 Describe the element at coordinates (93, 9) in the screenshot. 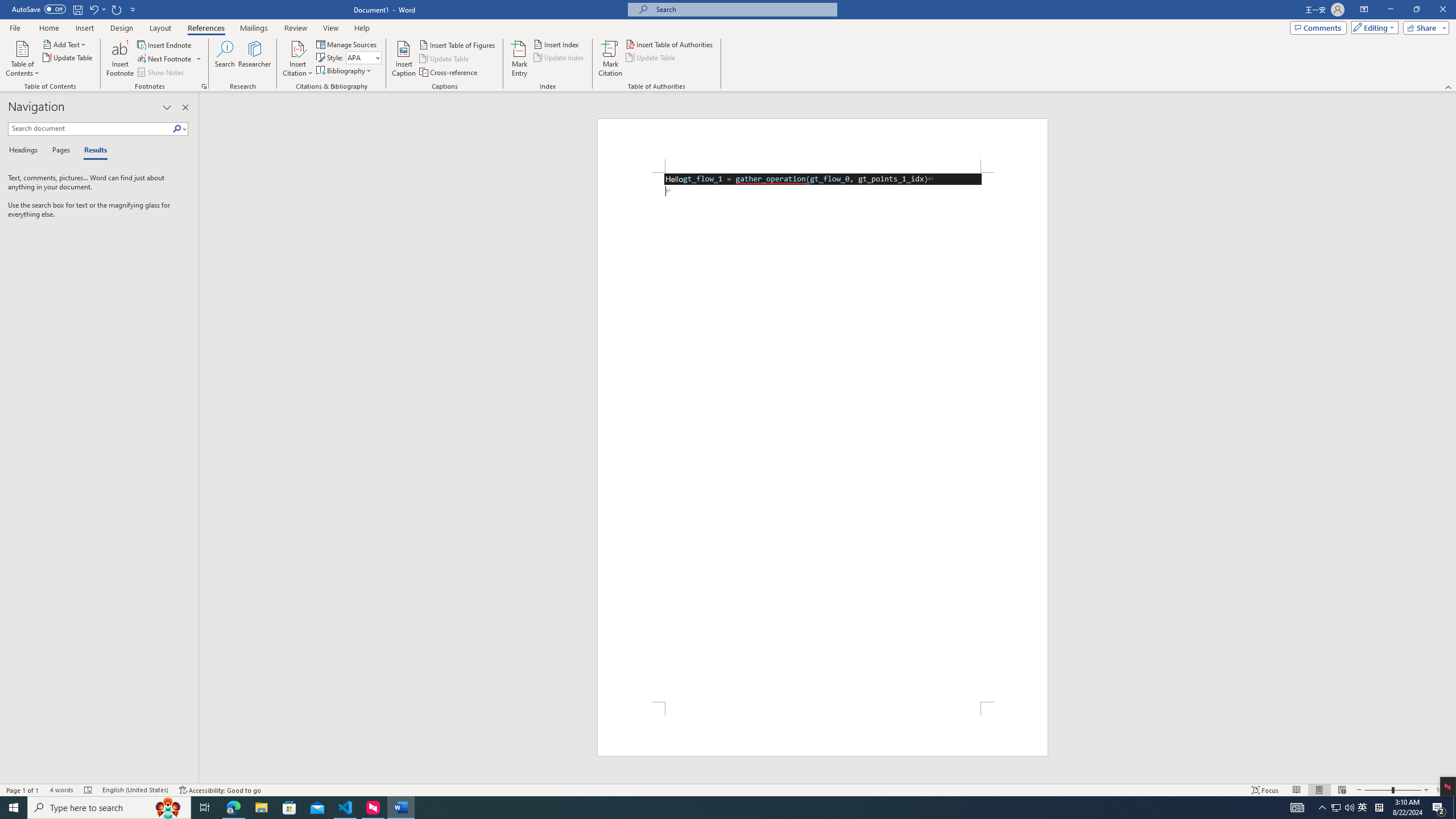

I see `'Undo Underline Style'` at that location.